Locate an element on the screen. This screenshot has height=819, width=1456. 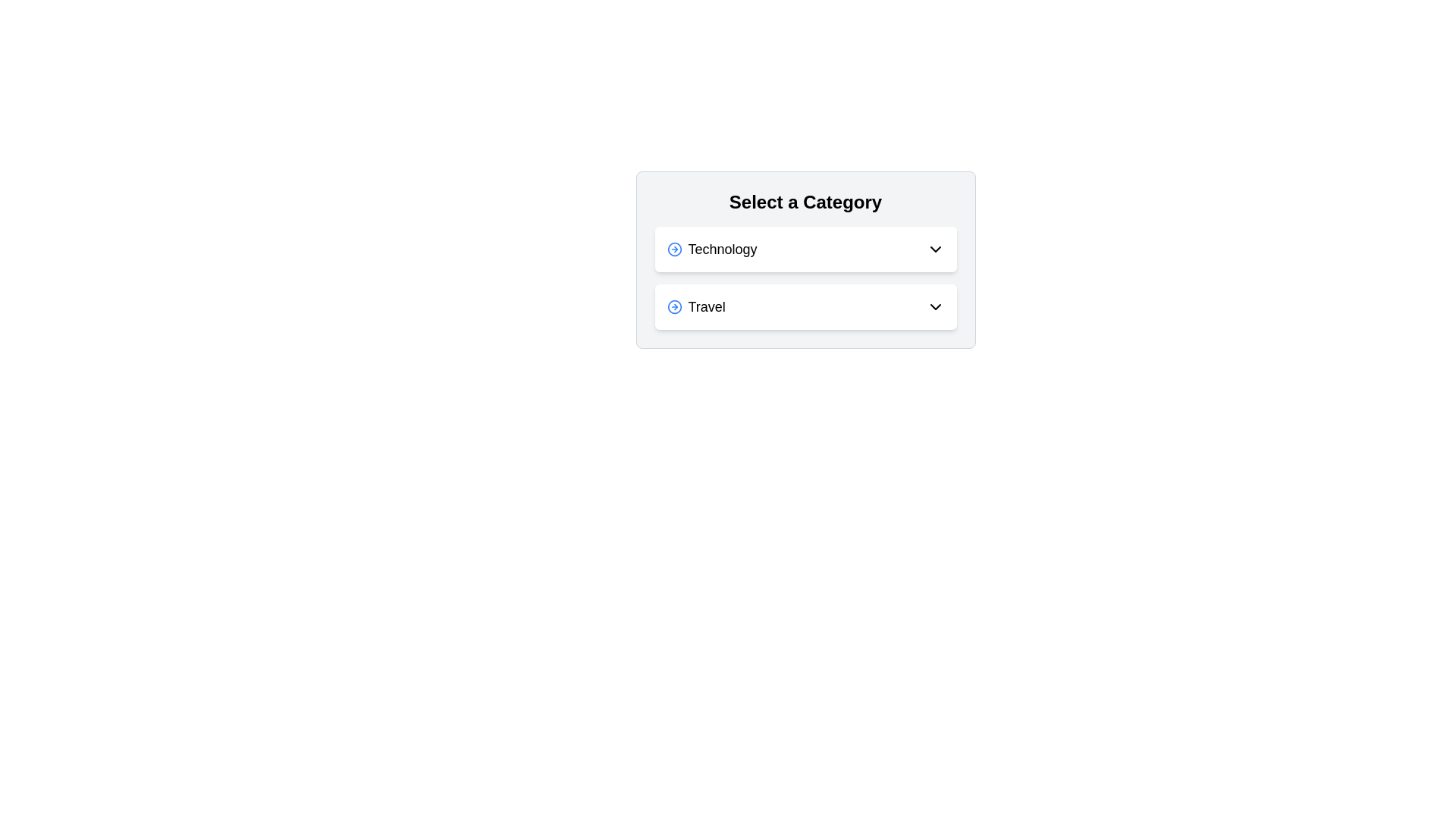
the 'Travel' category icon located to the left of the text 'Travel' is located at coordinates (673, 307).